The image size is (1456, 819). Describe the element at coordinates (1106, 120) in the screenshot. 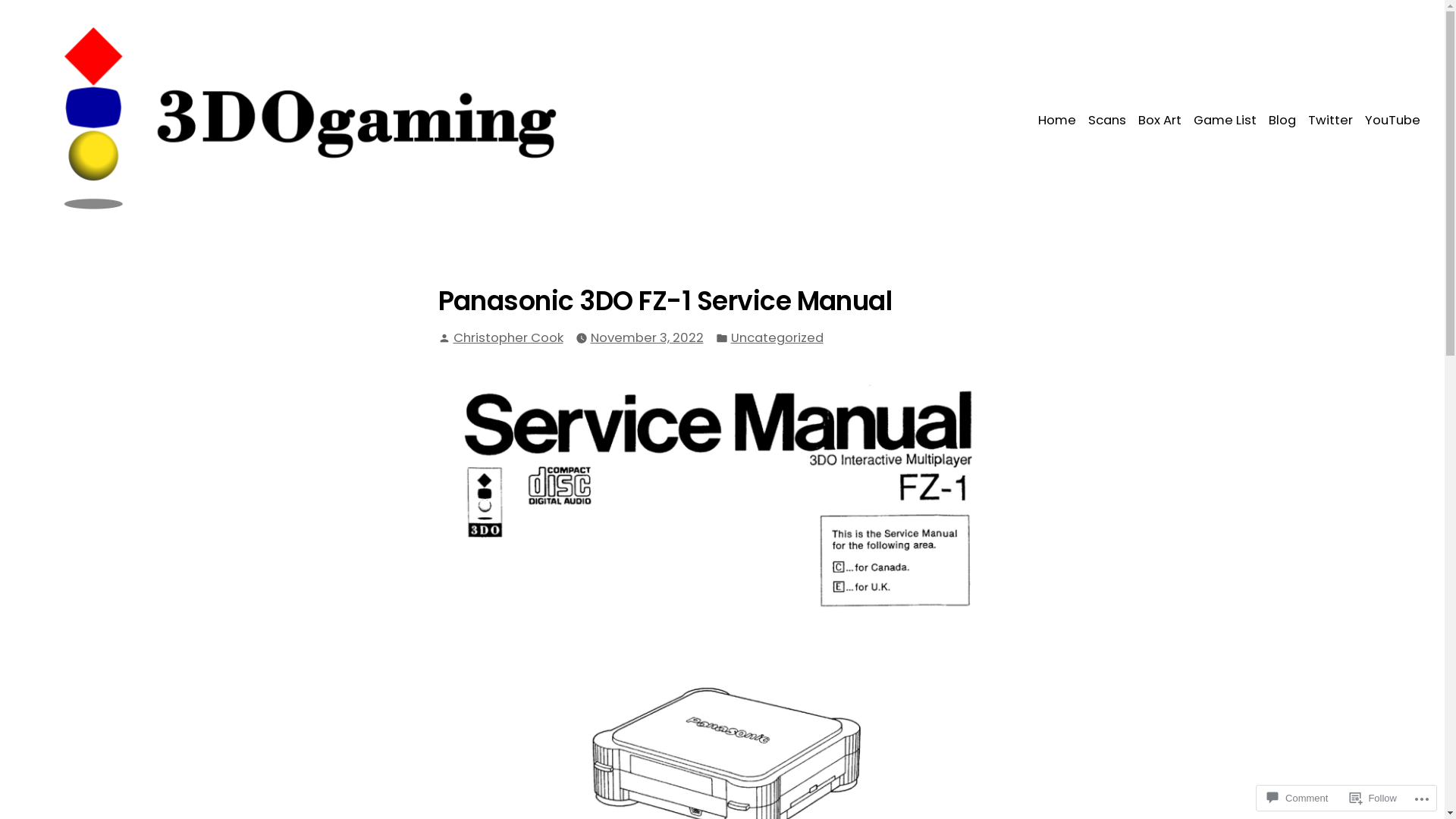

I see `'Scans'` at that location.